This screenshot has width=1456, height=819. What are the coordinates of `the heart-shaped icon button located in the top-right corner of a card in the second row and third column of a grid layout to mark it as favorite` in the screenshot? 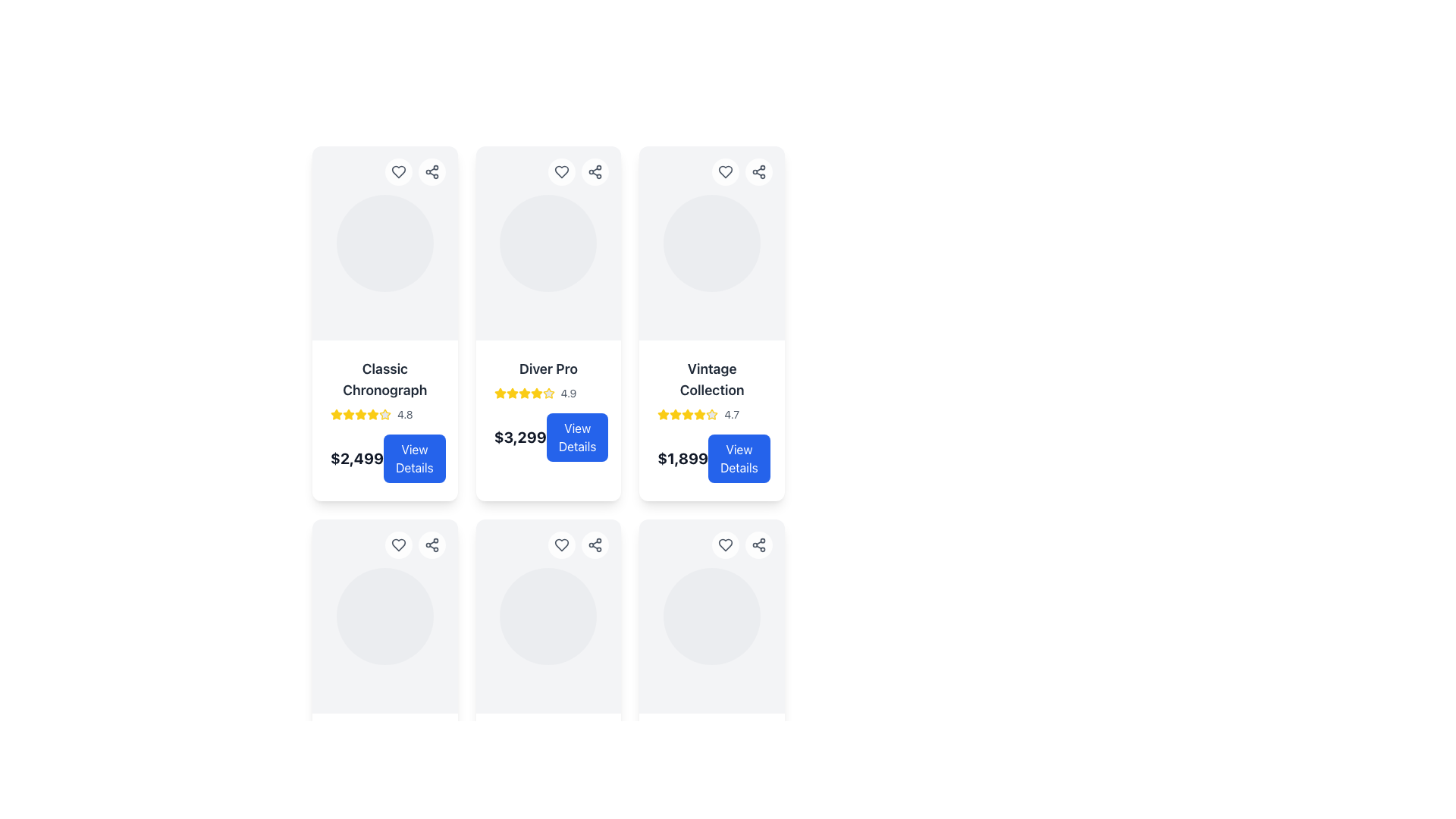 It's located at (724, 544).